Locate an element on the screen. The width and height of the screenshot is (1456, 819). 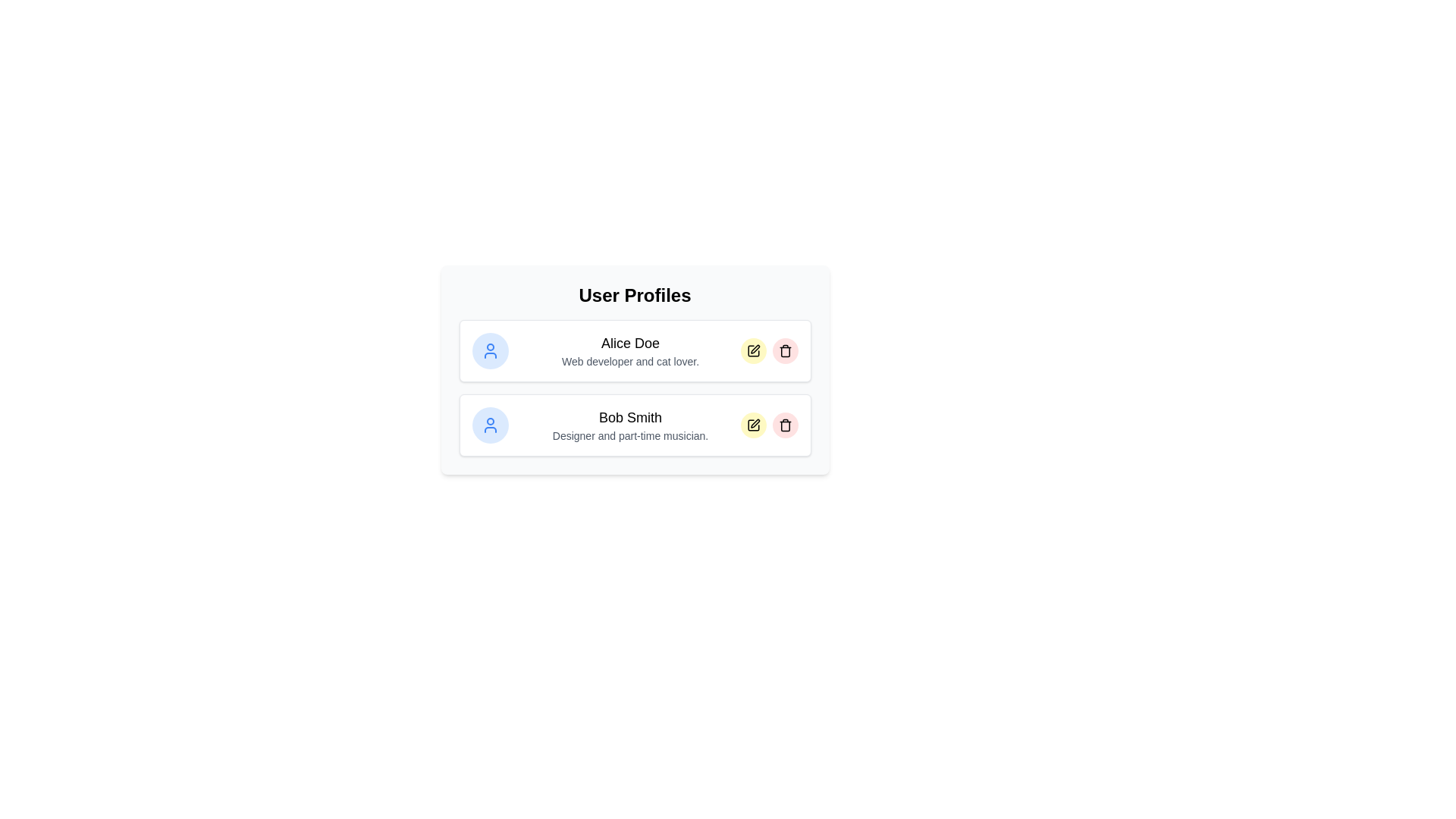
the profile avatar of Bob Smith is located at coordinates (490, 425).